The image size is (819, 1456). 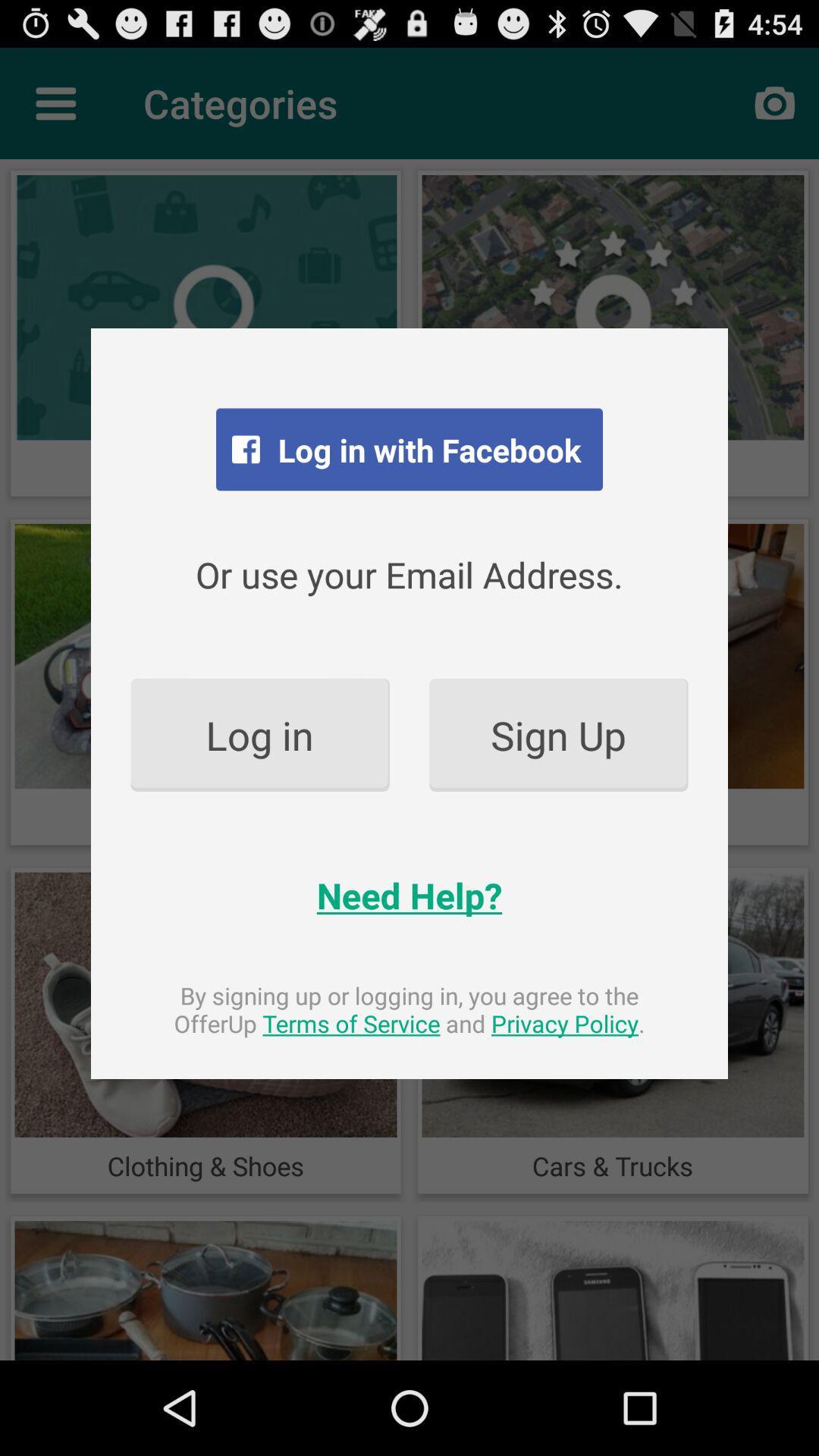 I want to click on need help? app, so click(x=409, y=895).